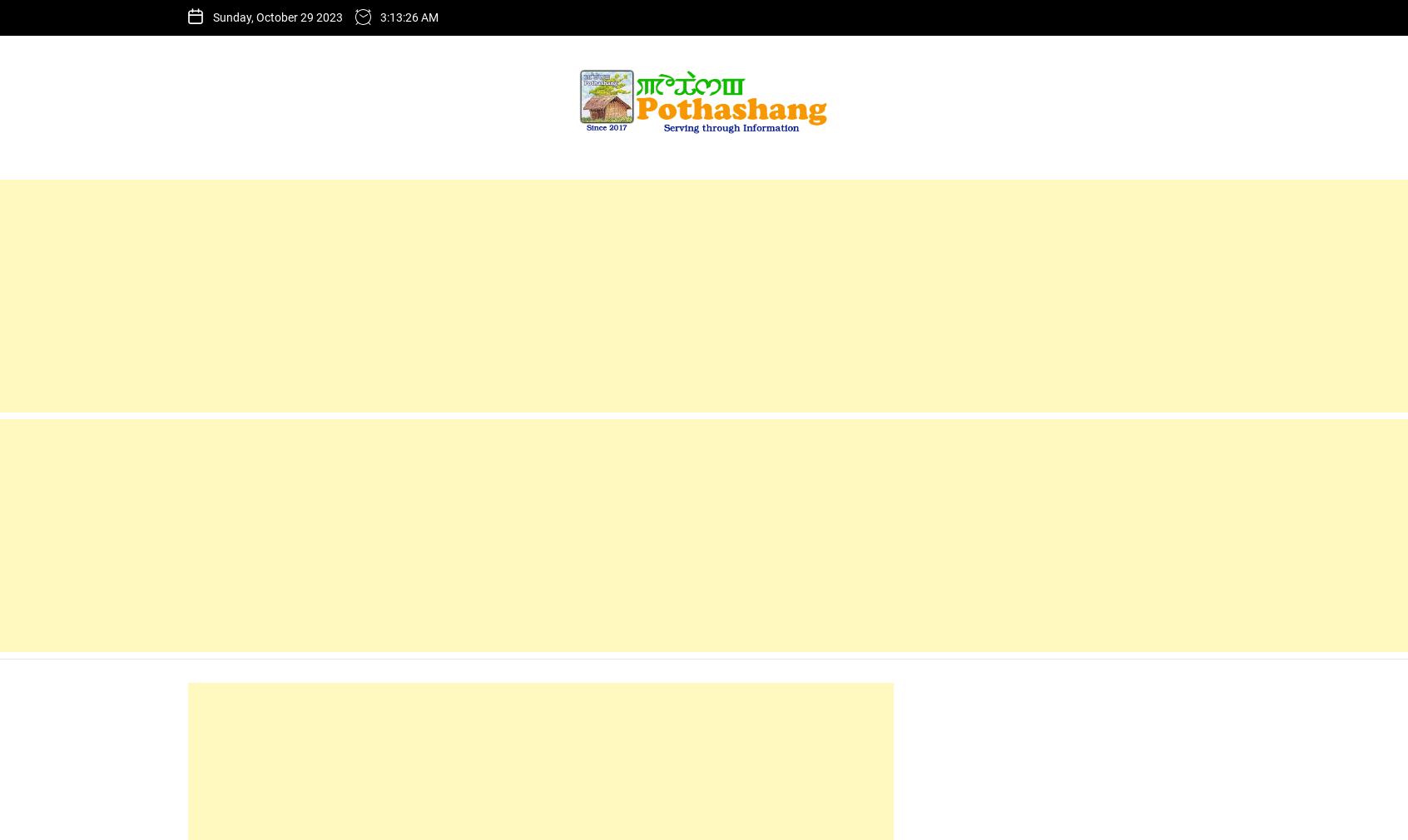 This screenshot has height=840, width=1408. What do you see at coordinates (244, 19) in the screenshot?
I see `'Home'` at bounding box center [244, 19].